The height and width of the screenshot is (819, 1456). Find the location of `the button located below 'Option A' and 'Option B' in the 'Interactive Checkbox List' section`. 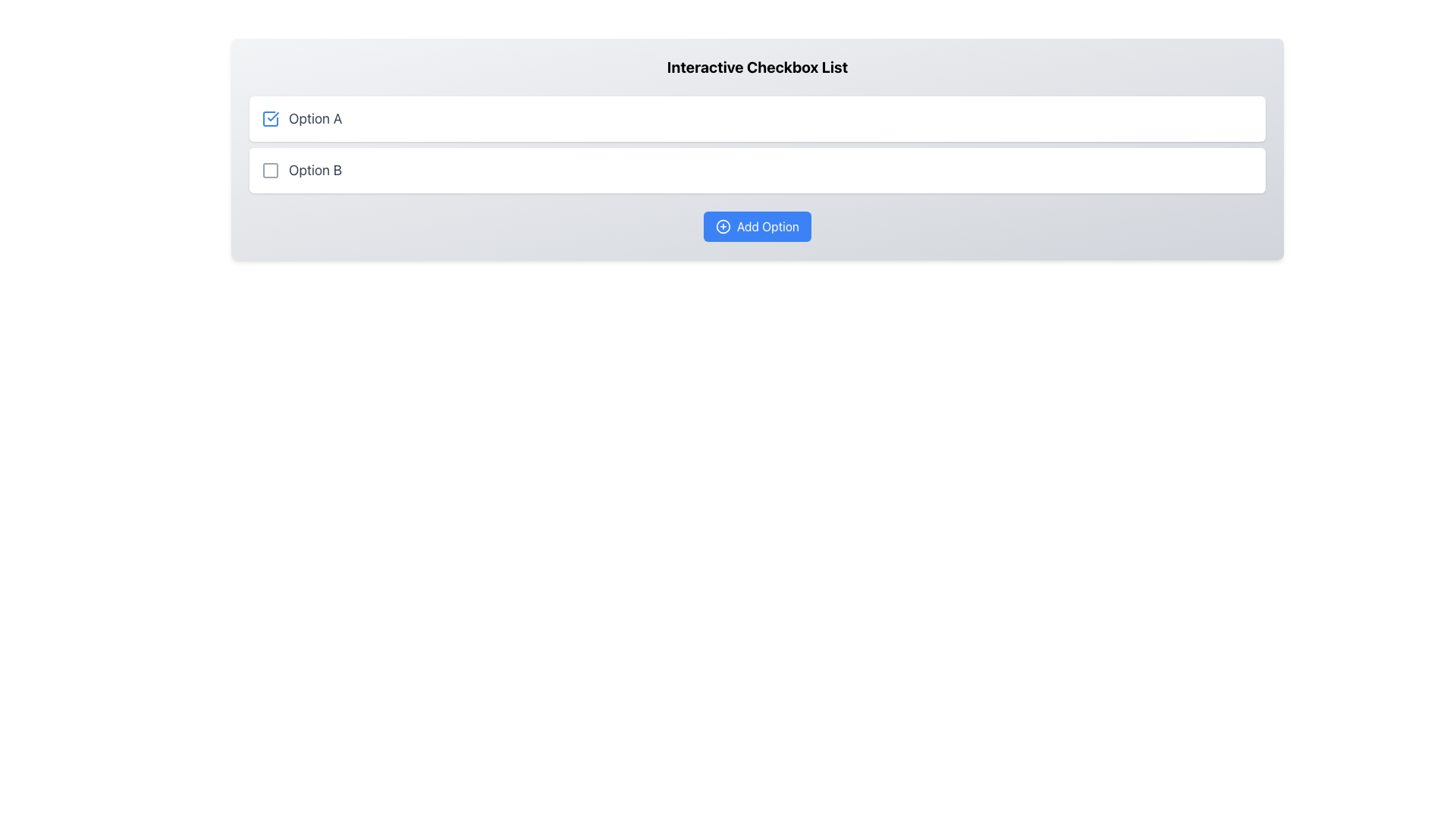

the button located below 'Option A' and 'Option B' in the 'Interactive Checkbox List' section is located at coordinates (757, 217).